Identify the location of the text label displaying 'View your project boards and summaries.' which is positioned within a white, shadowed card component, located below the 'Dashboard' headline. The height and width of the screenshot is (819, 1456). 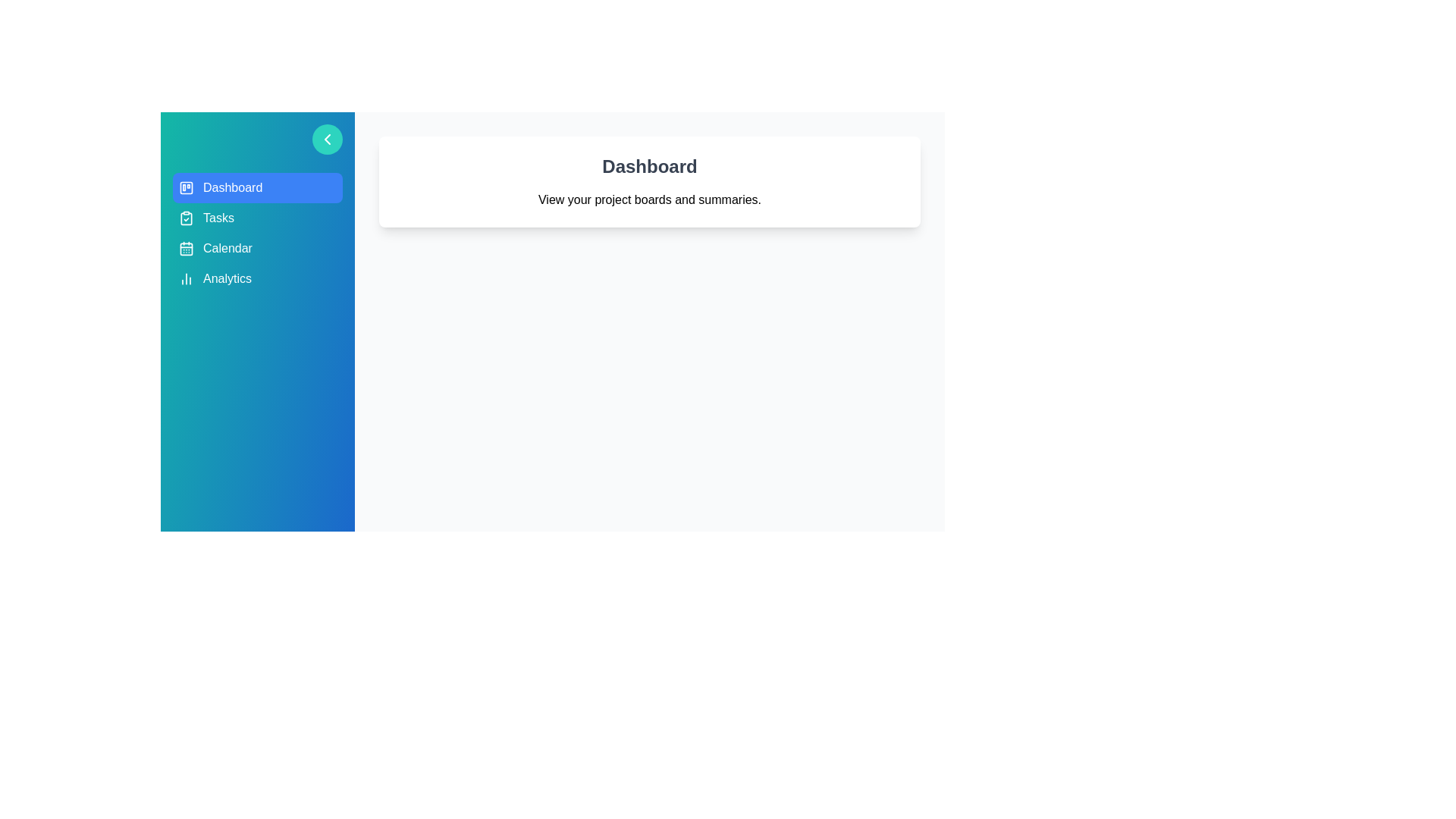
(650, 199).